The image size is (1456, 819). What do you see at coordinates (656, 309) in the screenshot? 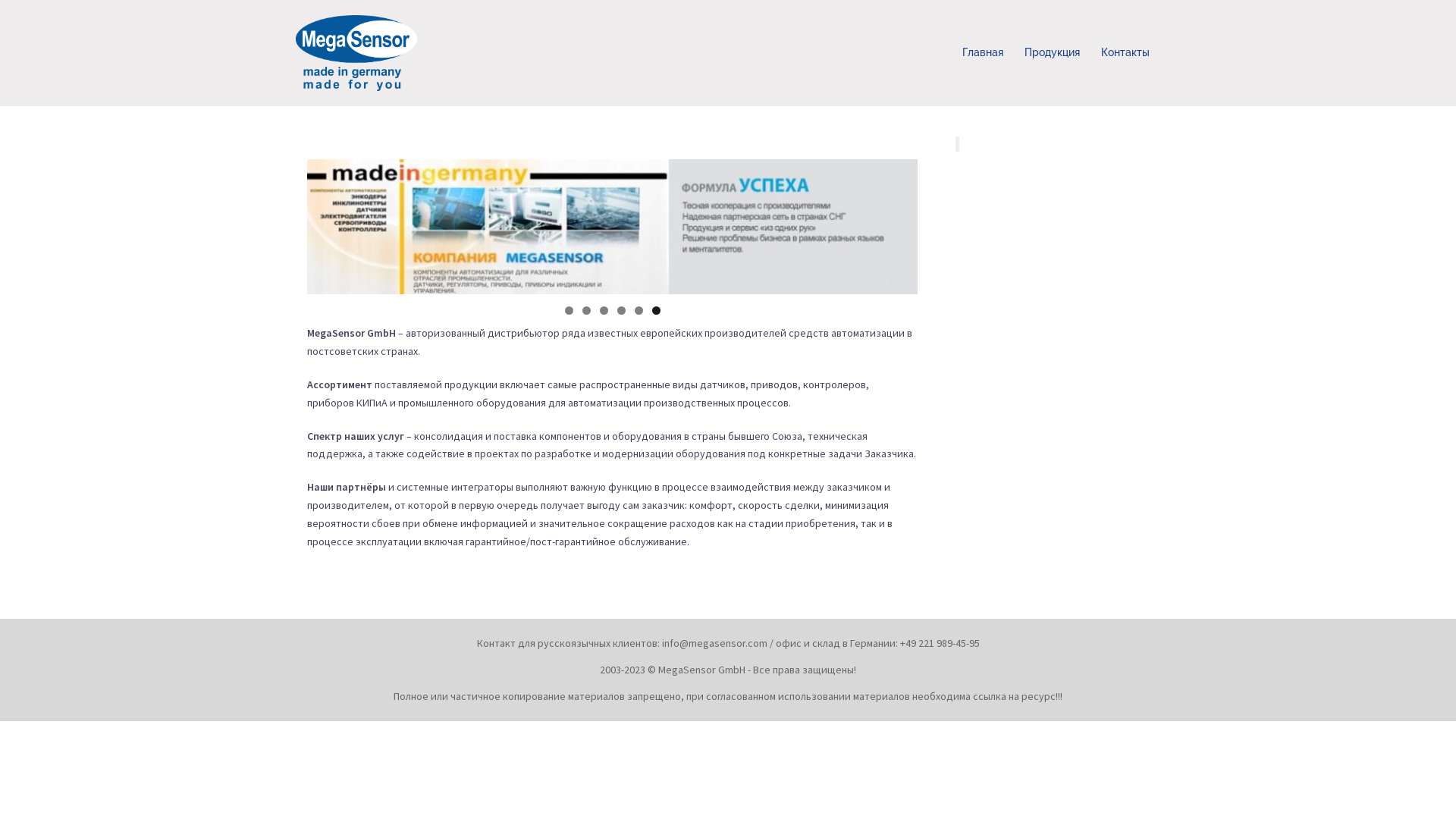
I see `'6'` at bounding box center [656, 309].